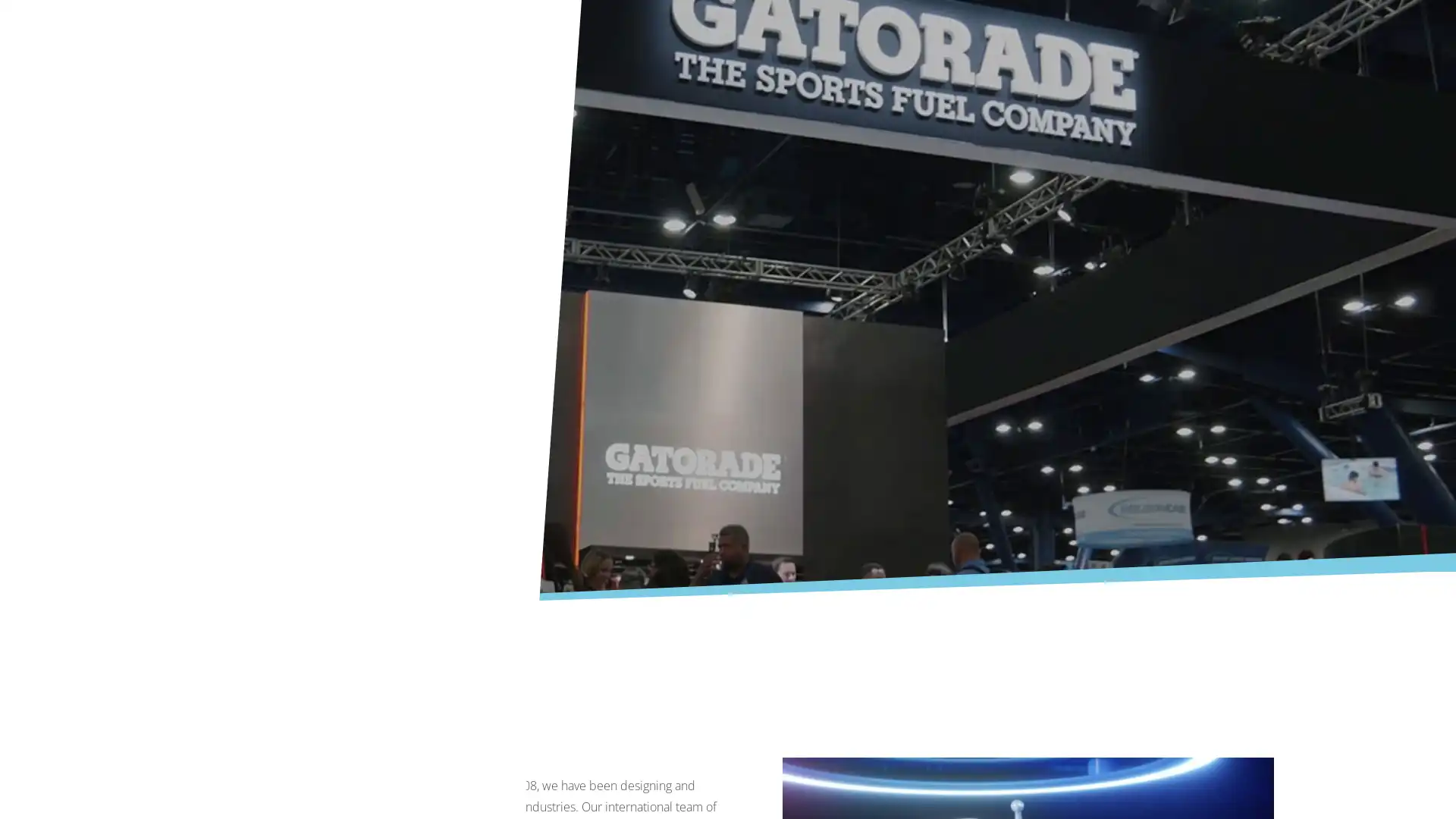 This screenshot has width=1456, height=819. I want to click on Deny, so click(997, 785).